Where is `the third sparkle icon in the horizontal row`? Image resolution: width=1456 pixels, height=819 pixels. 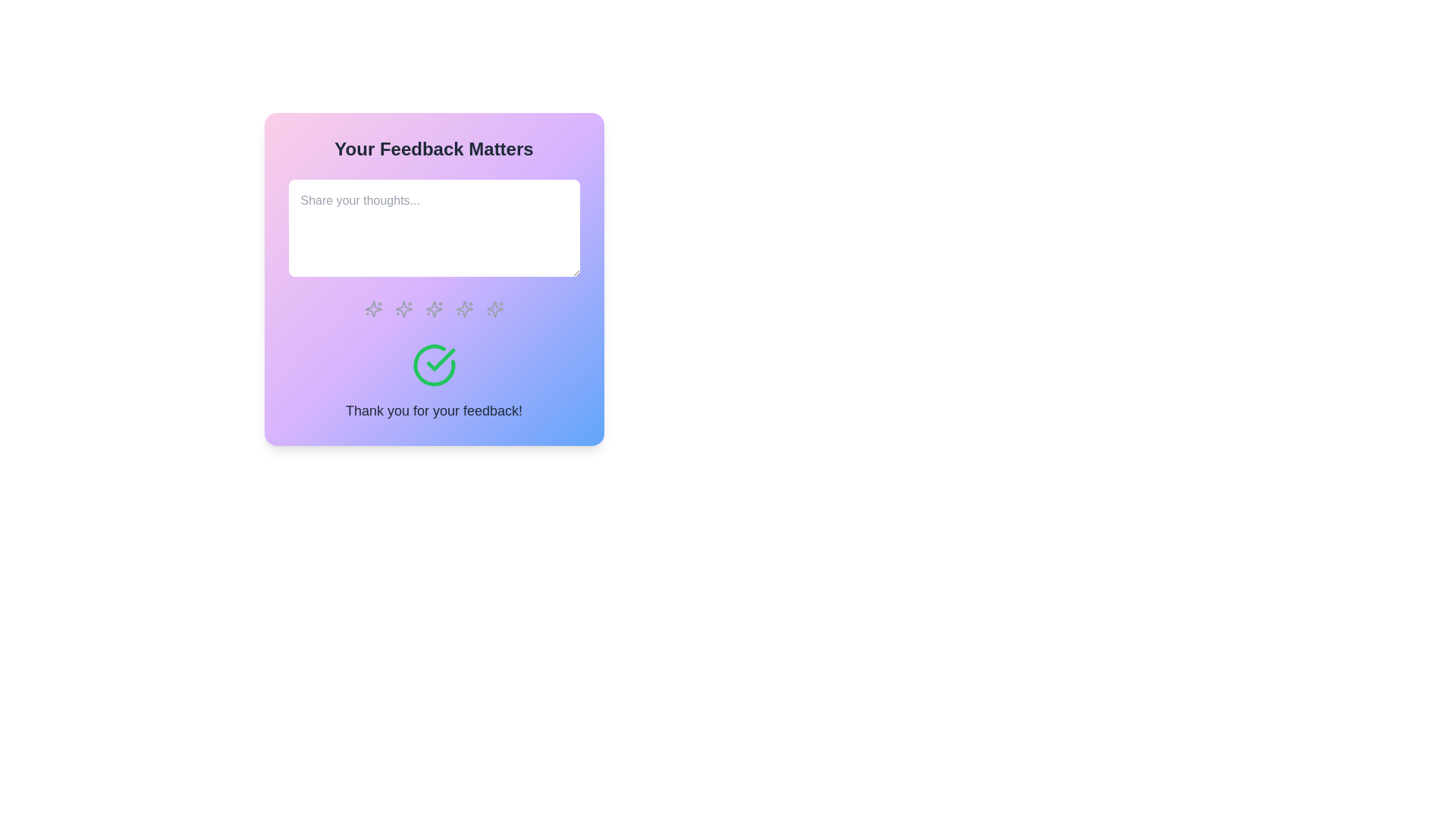
the third sparkle icon in the horizontal row is located at coordinates (463, 309).